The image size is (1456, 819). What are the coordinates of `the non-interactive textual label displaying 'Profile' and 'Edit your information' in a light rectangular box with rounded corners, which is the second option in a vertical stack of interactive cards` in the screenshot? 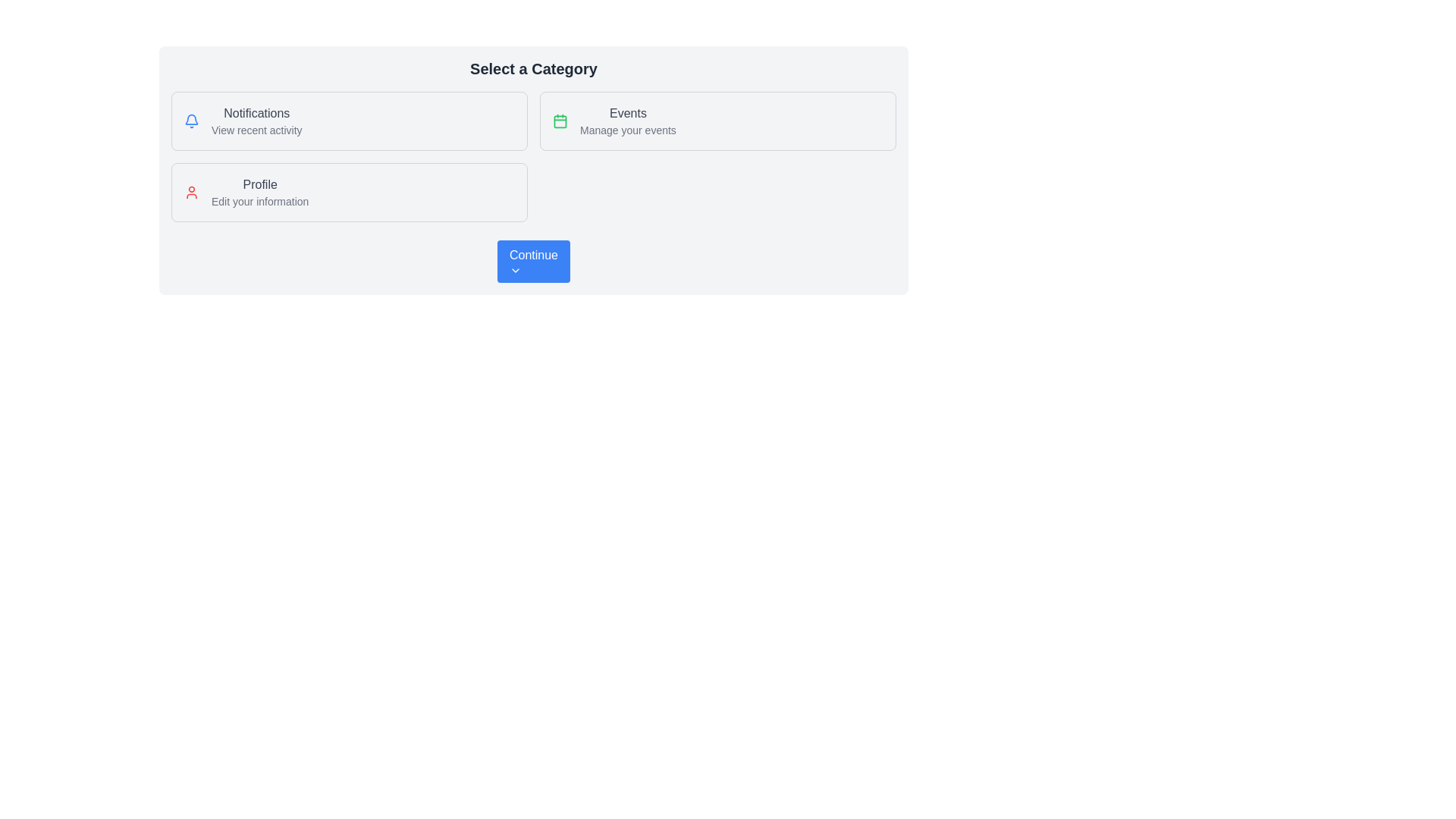 It's located at (260, 192).